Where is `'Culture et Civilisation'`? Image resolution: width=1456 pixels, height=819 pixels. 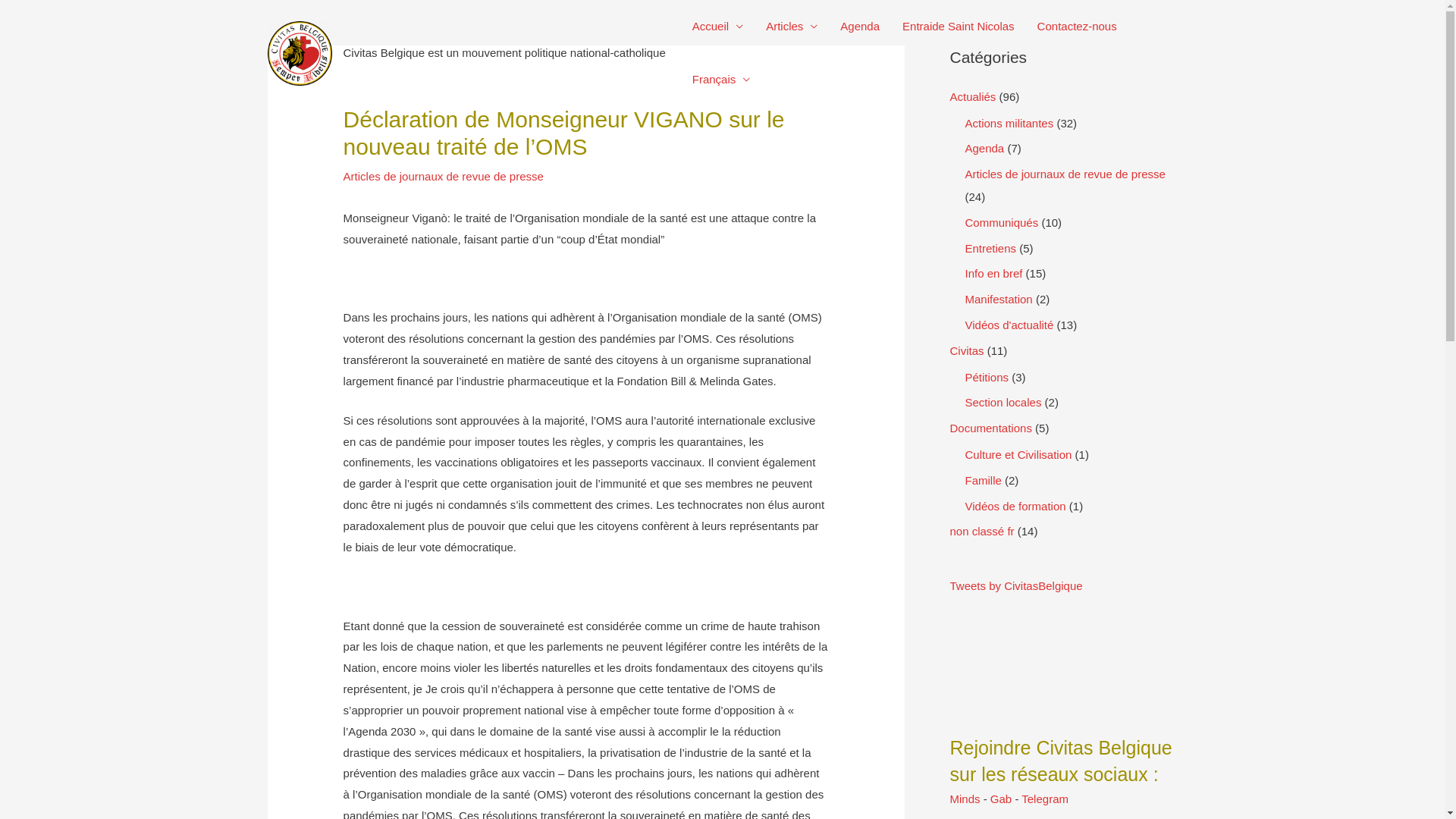 'Culture et Civilisation' is located at coordinates (1018, 453).